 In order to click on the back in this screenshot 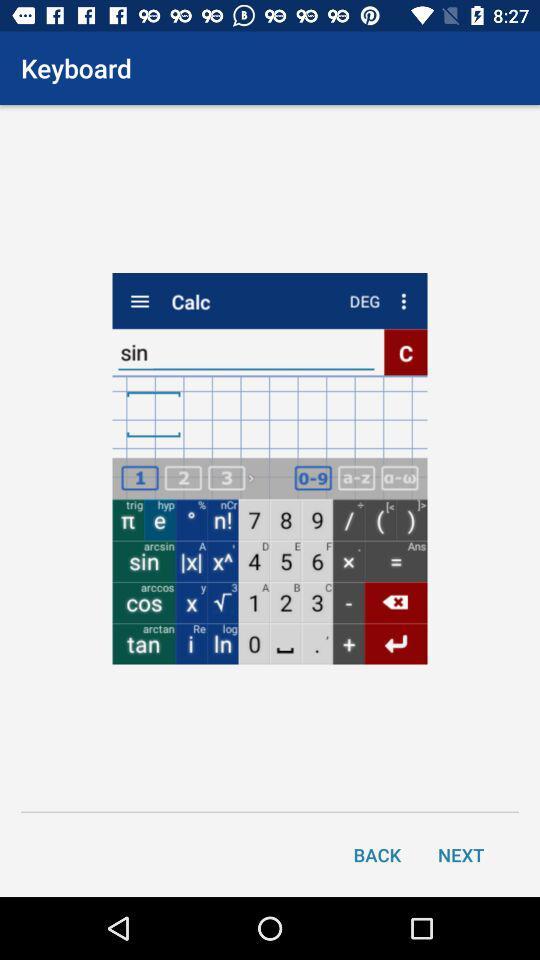, I will do `click(377, 853)`.